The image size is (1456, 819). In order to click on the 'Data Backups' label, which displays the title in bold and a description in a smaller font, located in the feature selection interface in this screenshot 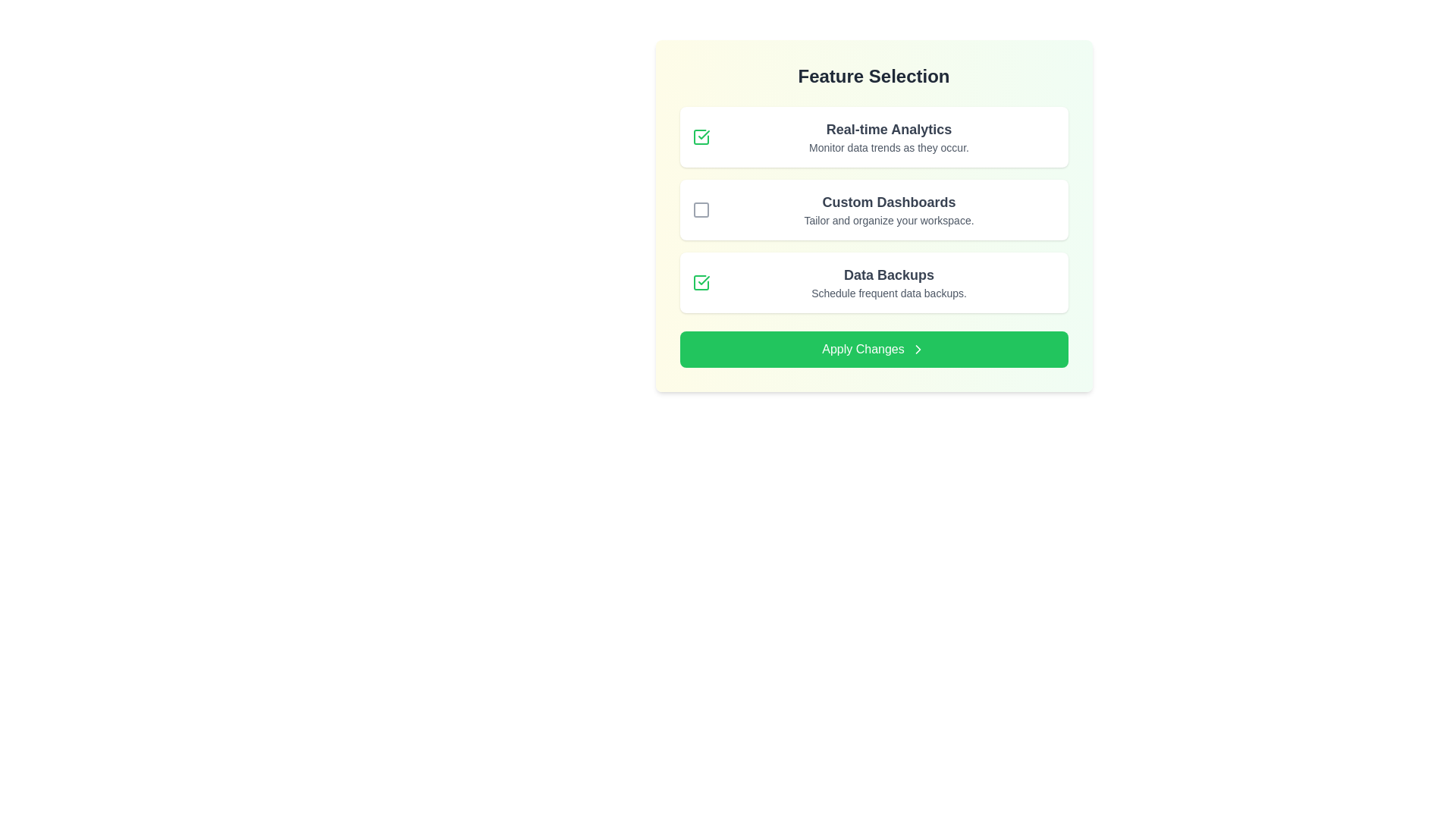, I will do `click(889, 283)`.